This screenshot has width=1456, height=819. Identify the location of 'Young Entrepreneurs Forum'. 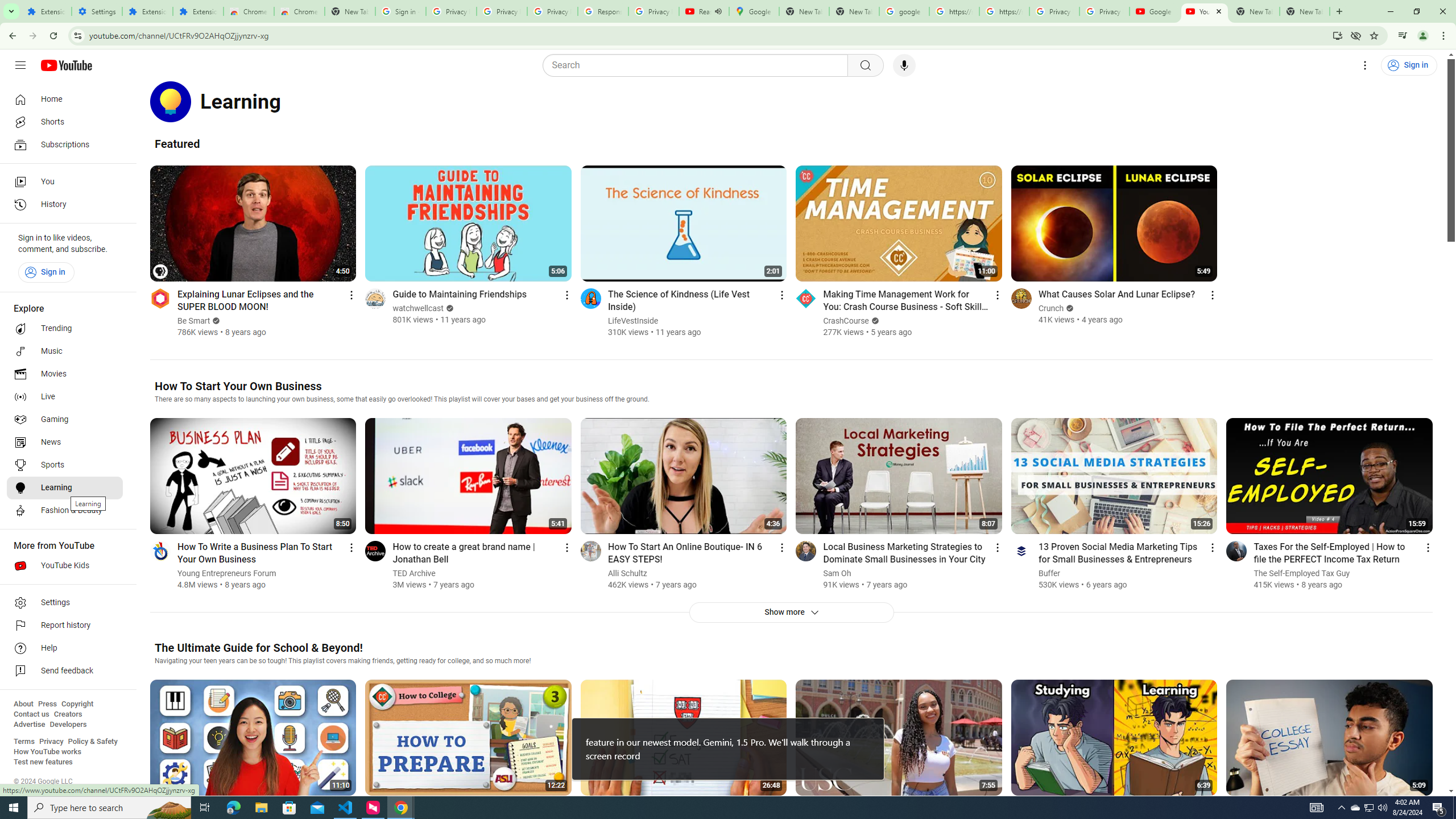
(227, 573).